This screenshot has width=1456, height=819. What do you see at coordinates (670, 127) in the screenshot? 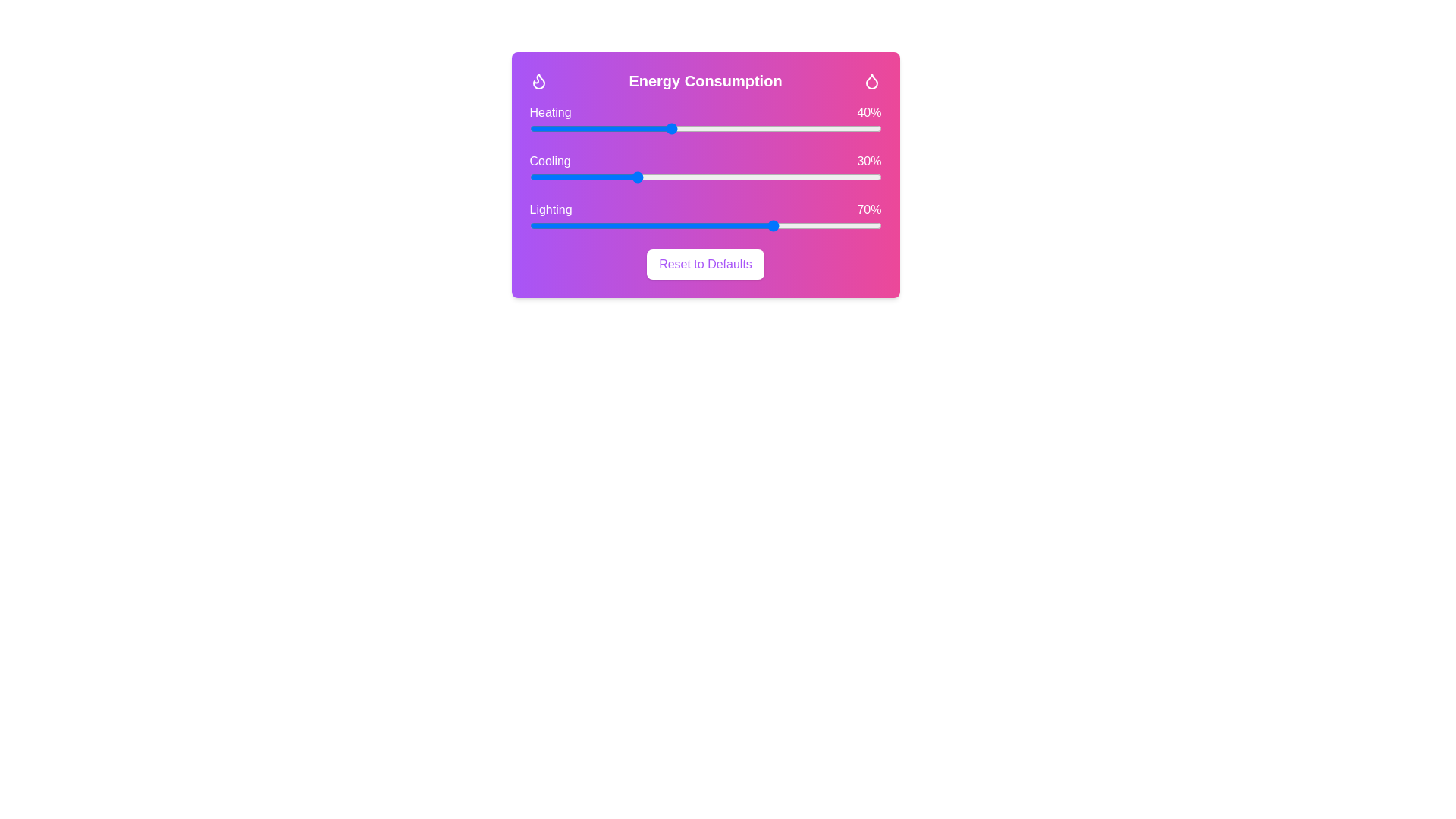
I see `the 'Heating' slider to 40%` at bounding box center [670, 127].